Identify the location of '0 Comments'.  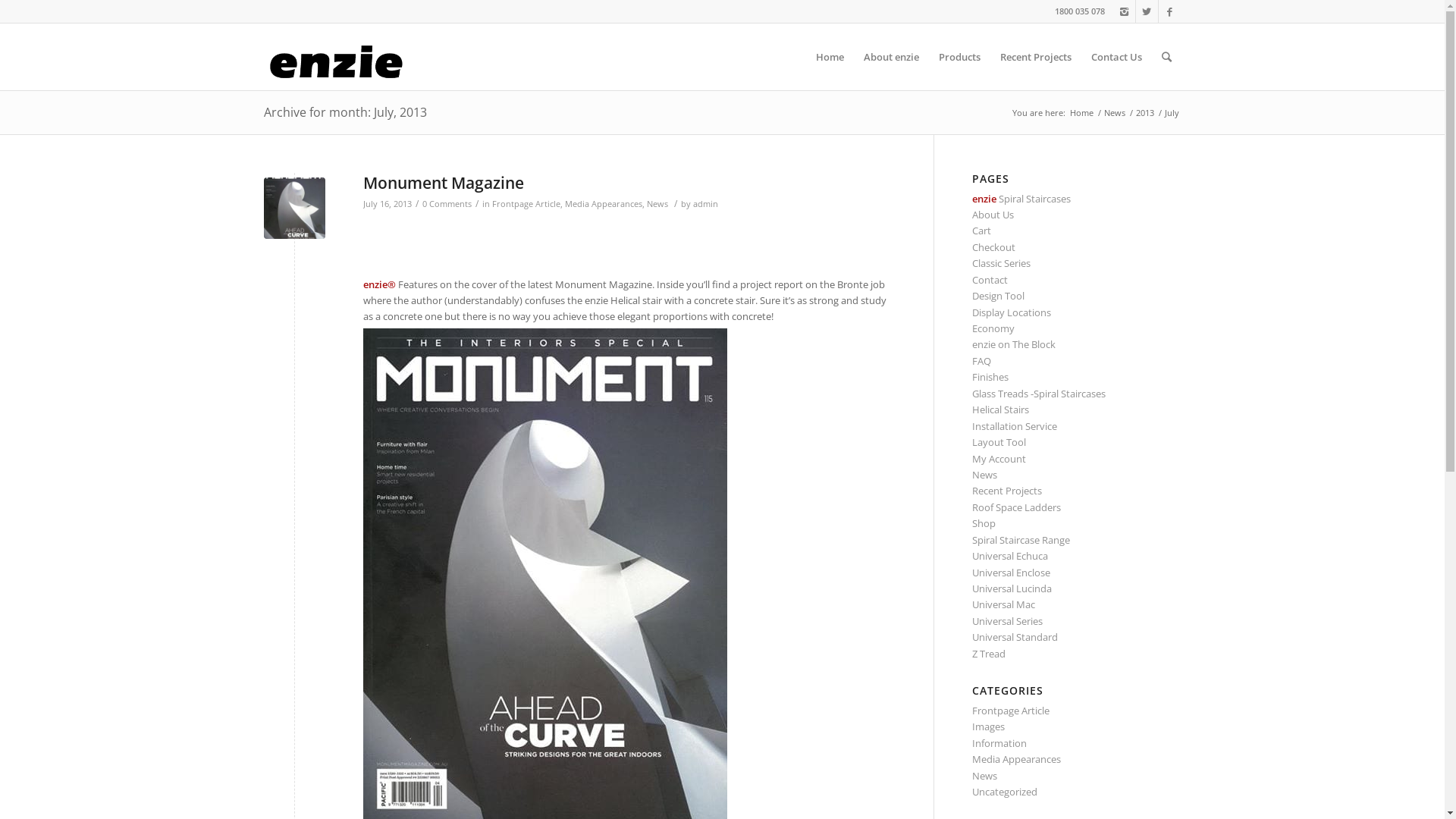
(445, 203).